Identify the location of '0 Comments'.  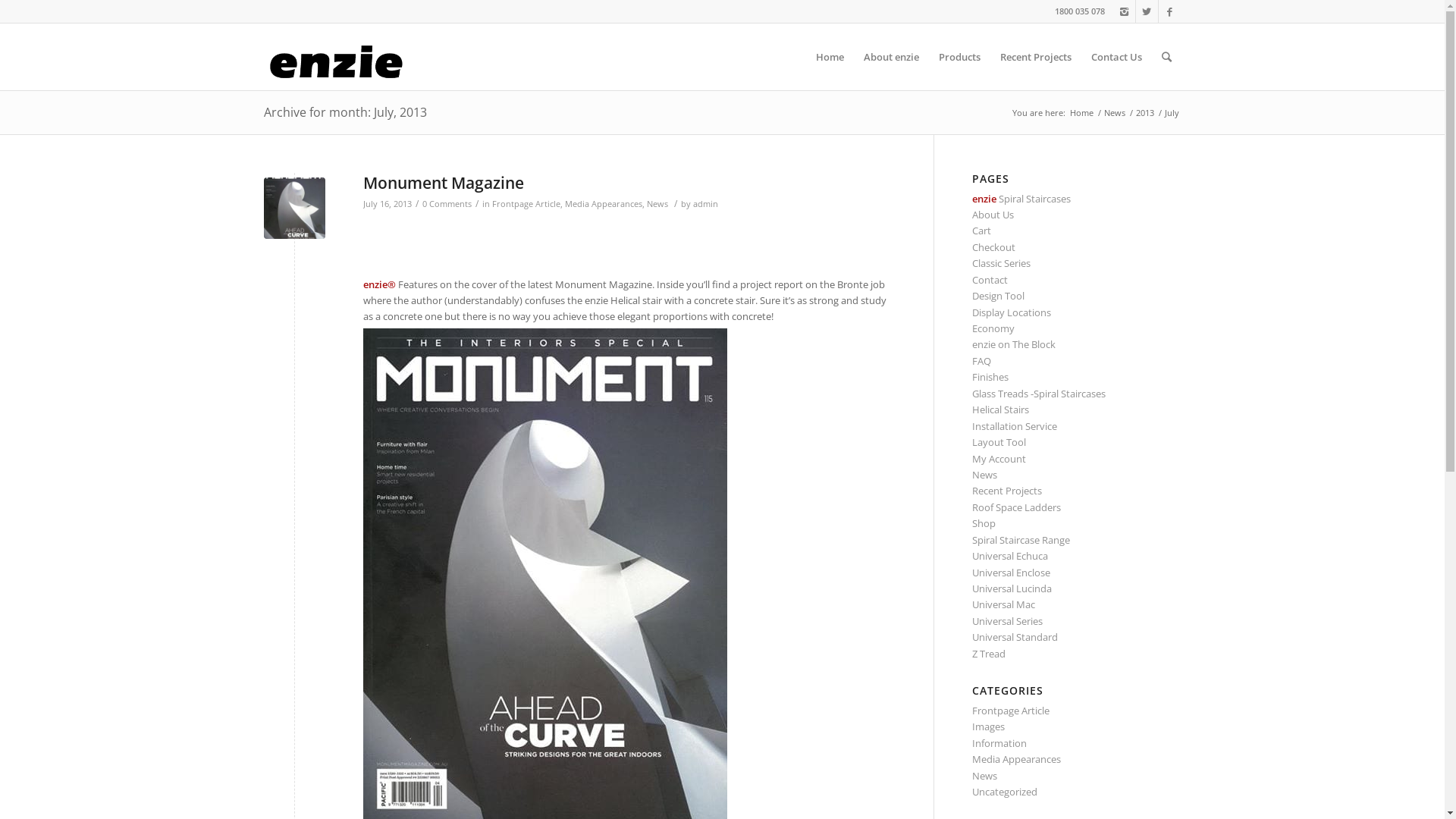
(445, 203).